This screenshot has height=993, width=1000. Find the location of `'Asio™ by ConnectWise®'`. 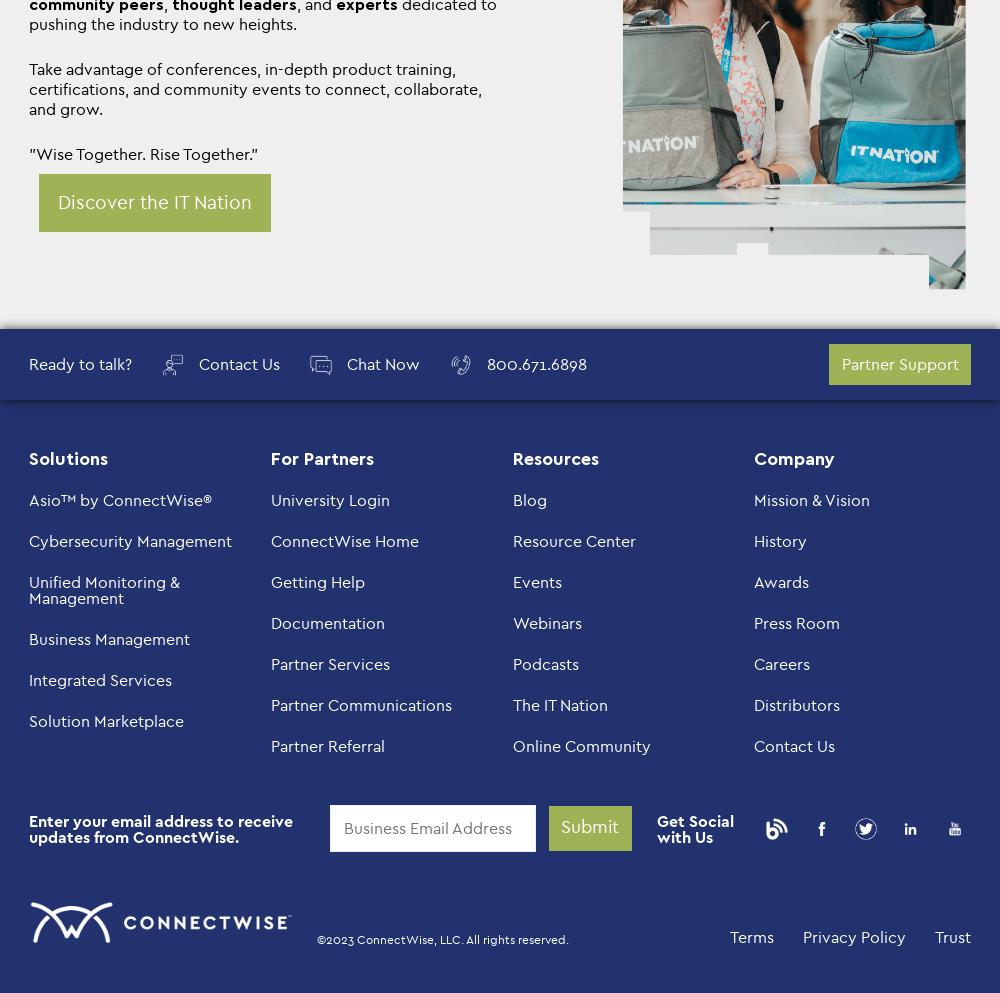

'Asio™ by ConnectWise®' is located at coordinates (29, 500).